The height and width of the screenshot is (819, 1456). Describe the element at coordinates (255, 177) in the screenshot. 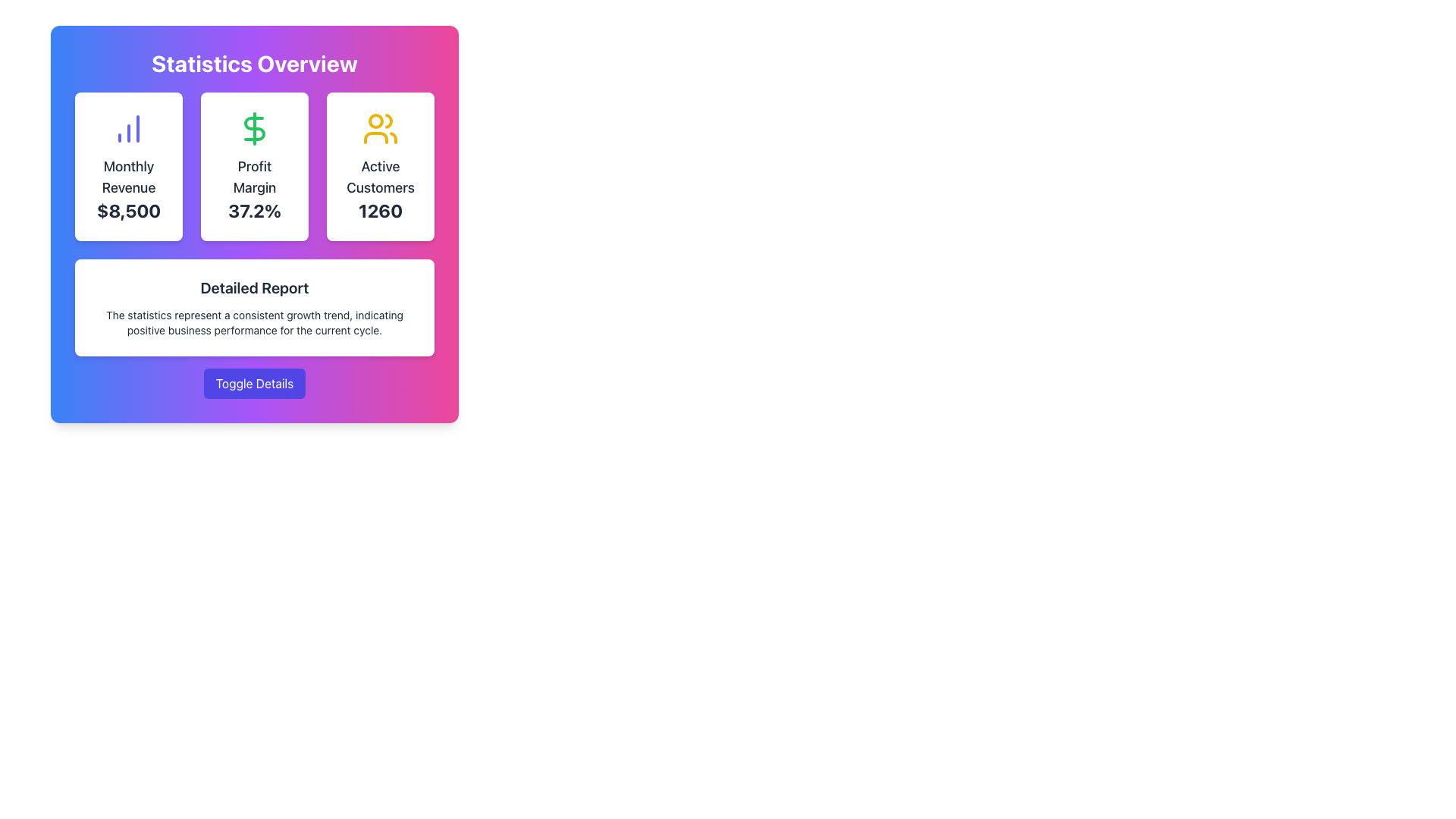

I see `the 'Profit Margin' text label, which is displayed in bold font as a title in the 'Statistics Overview' section, located below a dollar sign icon` at that location.